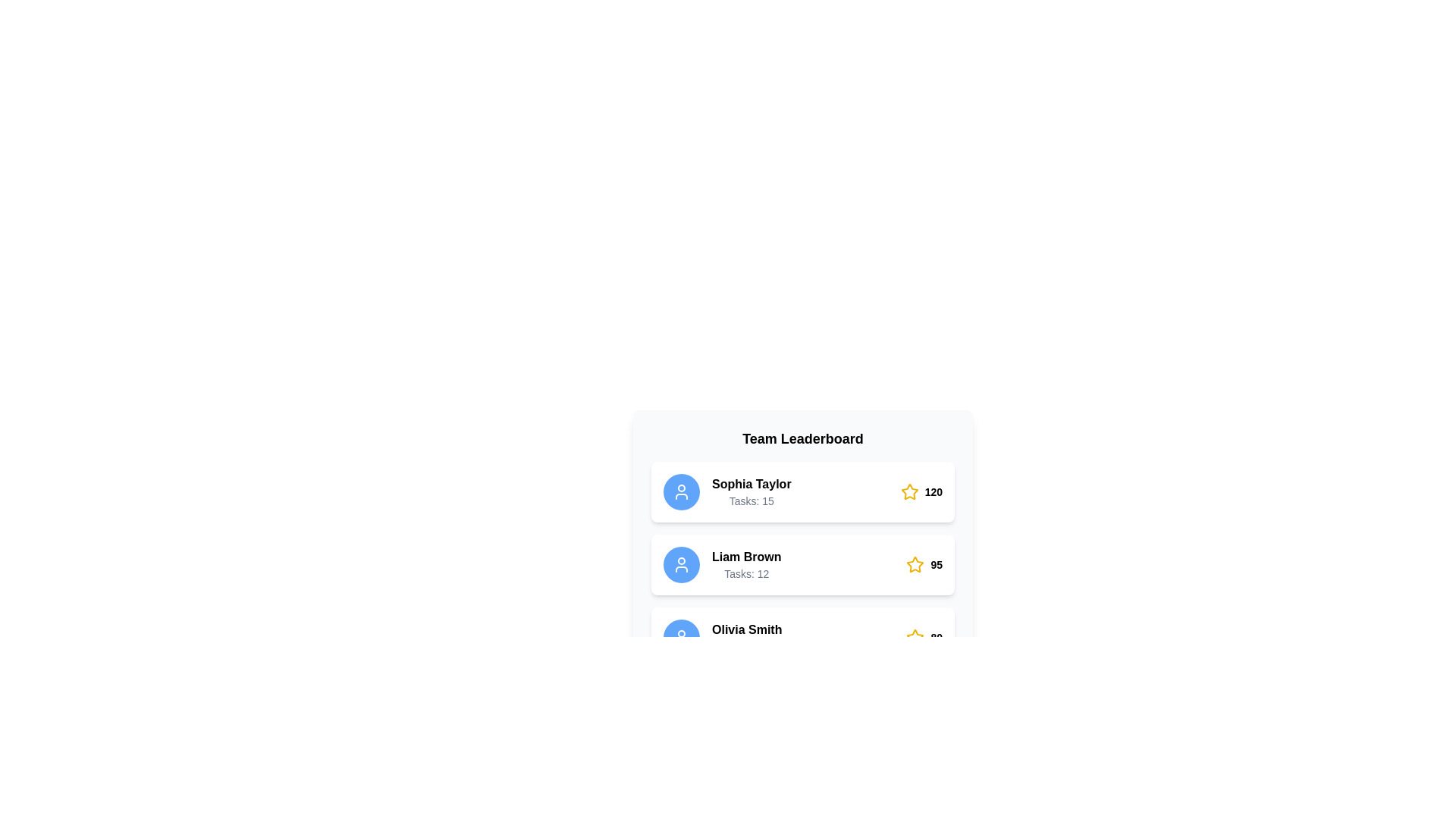 This screenshot has width=1456, height=819. I want to click on the circular blue icon with a white user symbol located in the second row of the leaderboard, to the left of the text 'Liam Brown', so click(680, 564).